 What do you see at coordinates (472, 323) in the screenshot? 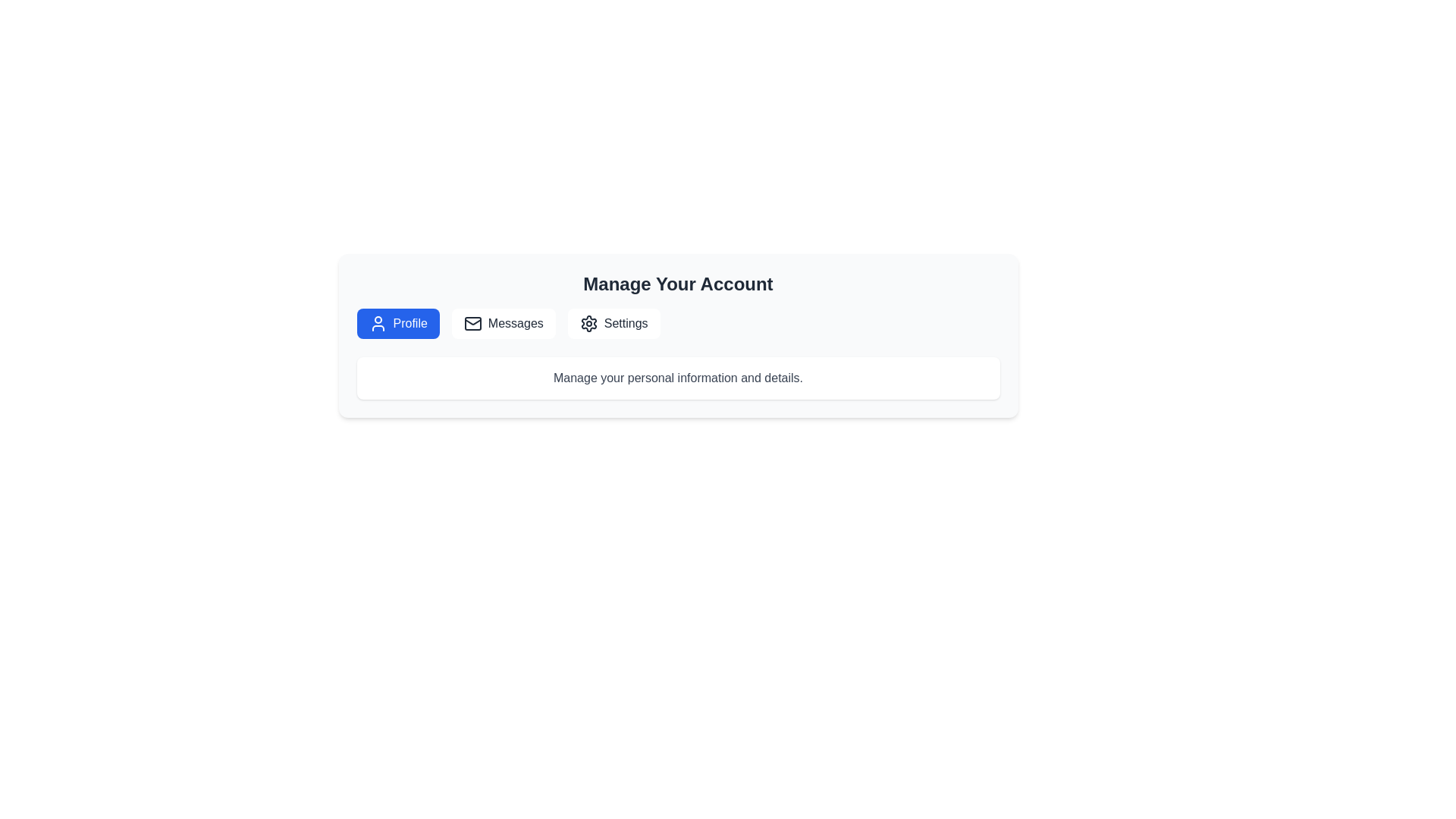
I see `the rectangular shape with slightly rounded corners inside the envelope icon, located to the left of the 'Messages' text` at bounding box center [472, 323].